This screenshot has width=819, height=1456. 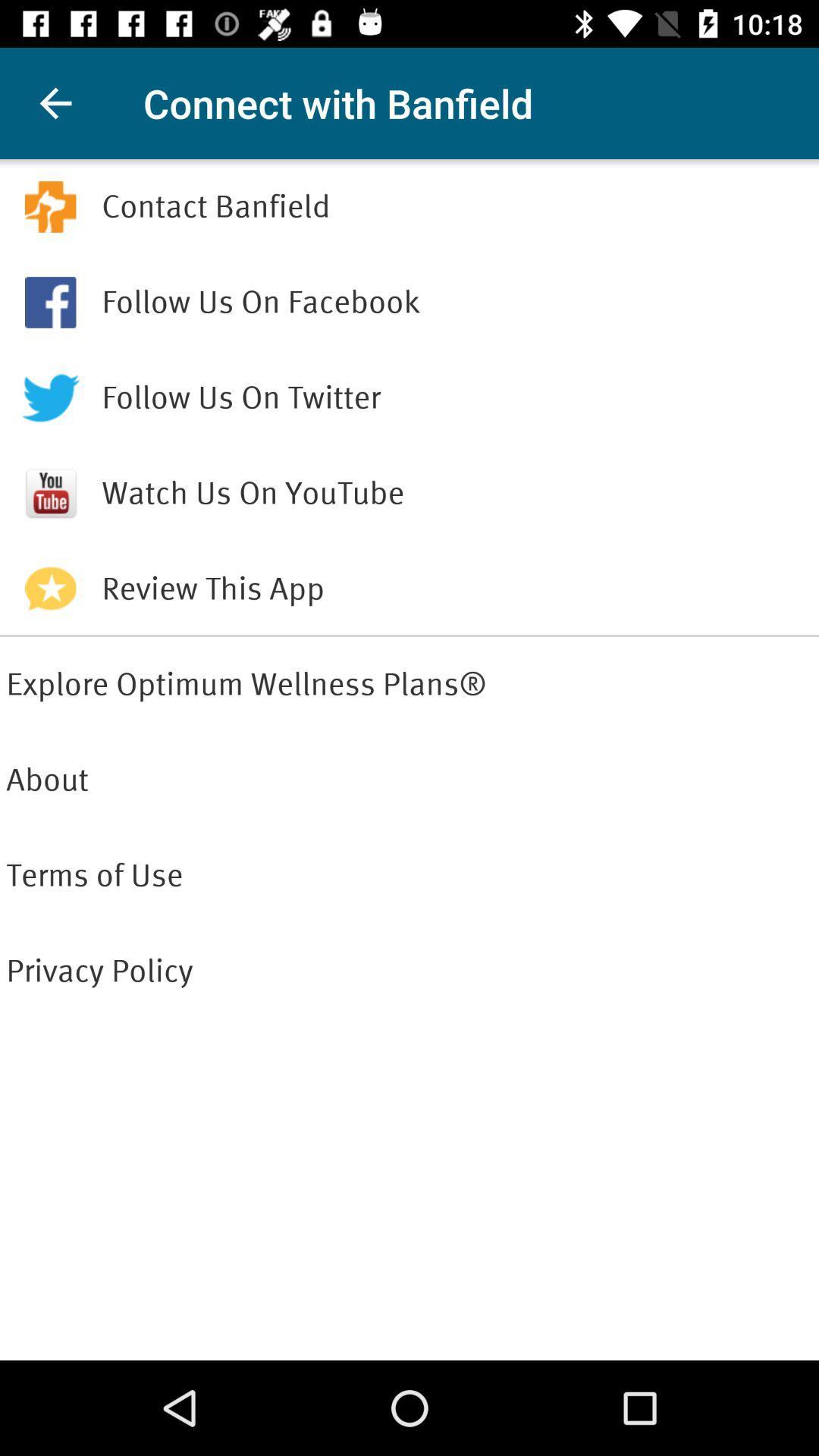 I want to click on the icon above privacy policy icon, so click(x=409, y=876).